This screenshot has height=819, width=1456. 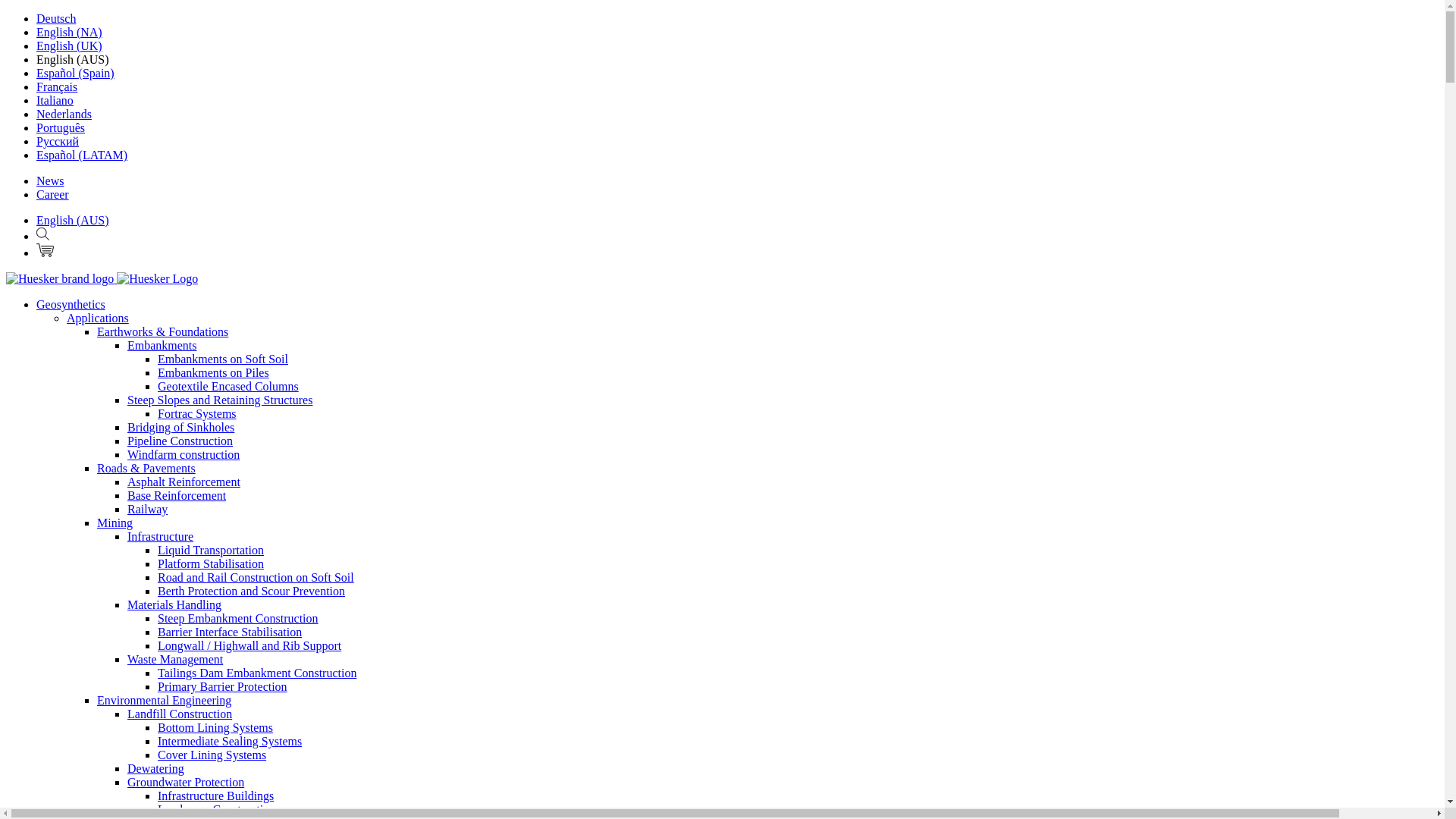 What do you see at coordinates (184, 782) in the screenshot?
I see `'Groundwater Protection'` at bounding box center [184, 782].